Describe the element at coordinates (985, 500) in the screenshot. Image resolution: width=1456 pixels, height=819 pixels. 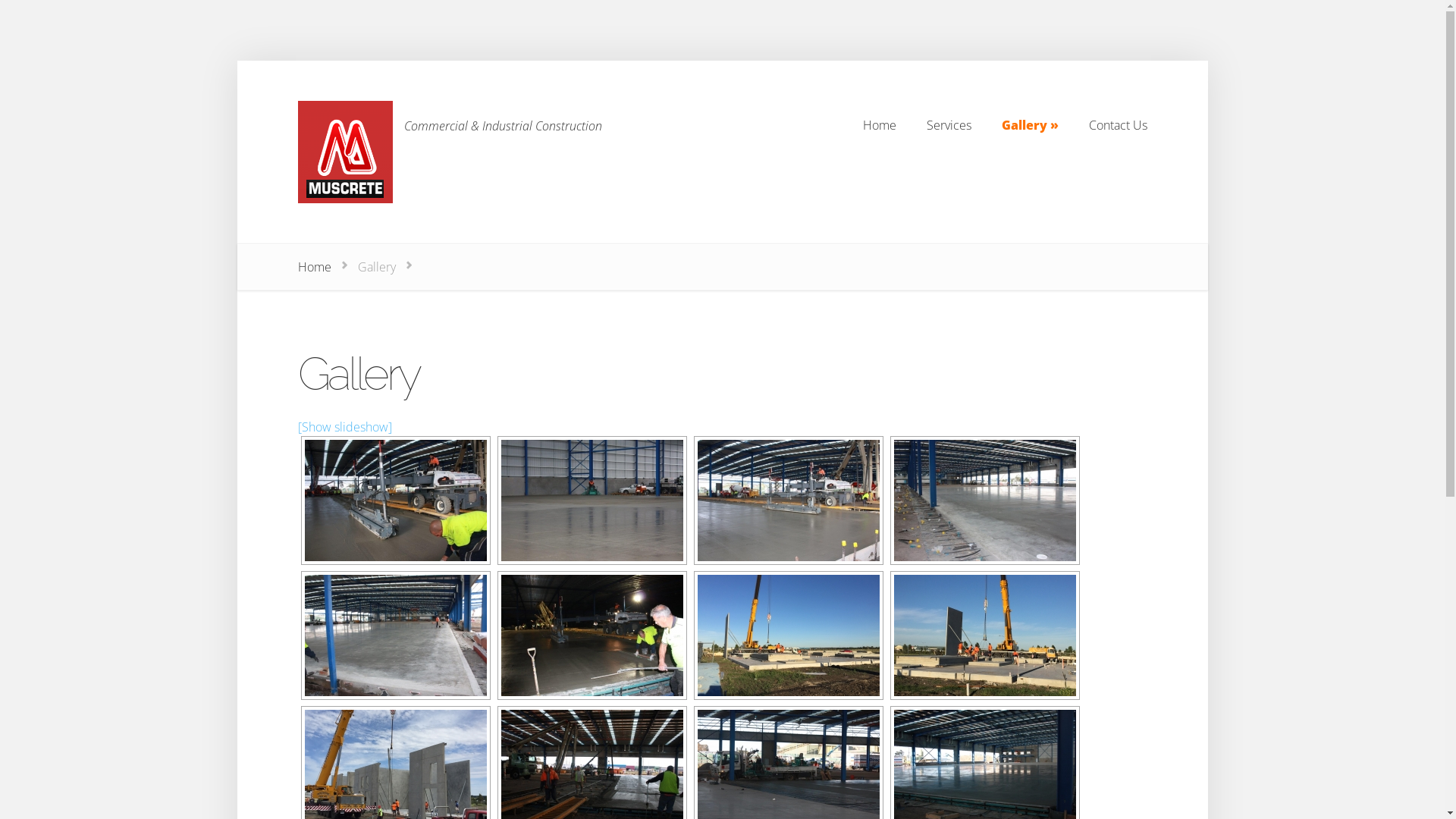
I see `'Muscrete Jobs 048'` at that location.